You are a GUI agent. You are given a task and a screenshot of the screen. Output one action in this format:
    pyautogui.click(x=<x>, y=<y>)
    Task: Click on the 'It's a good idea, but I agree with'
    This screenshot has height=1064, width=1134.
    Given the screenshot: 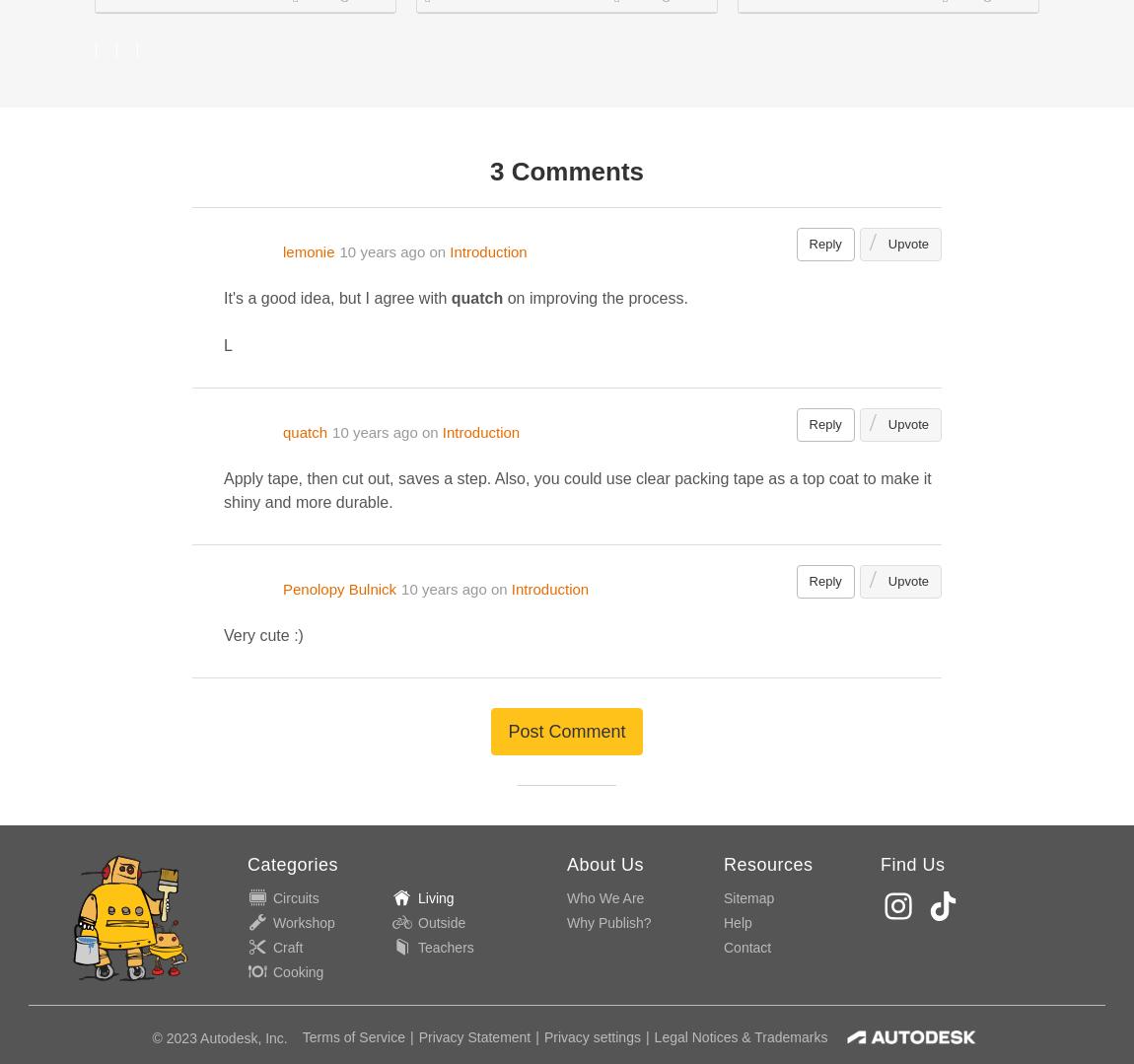 What is the action you would take?
    pyautogui.click(x=223, y=297)
    